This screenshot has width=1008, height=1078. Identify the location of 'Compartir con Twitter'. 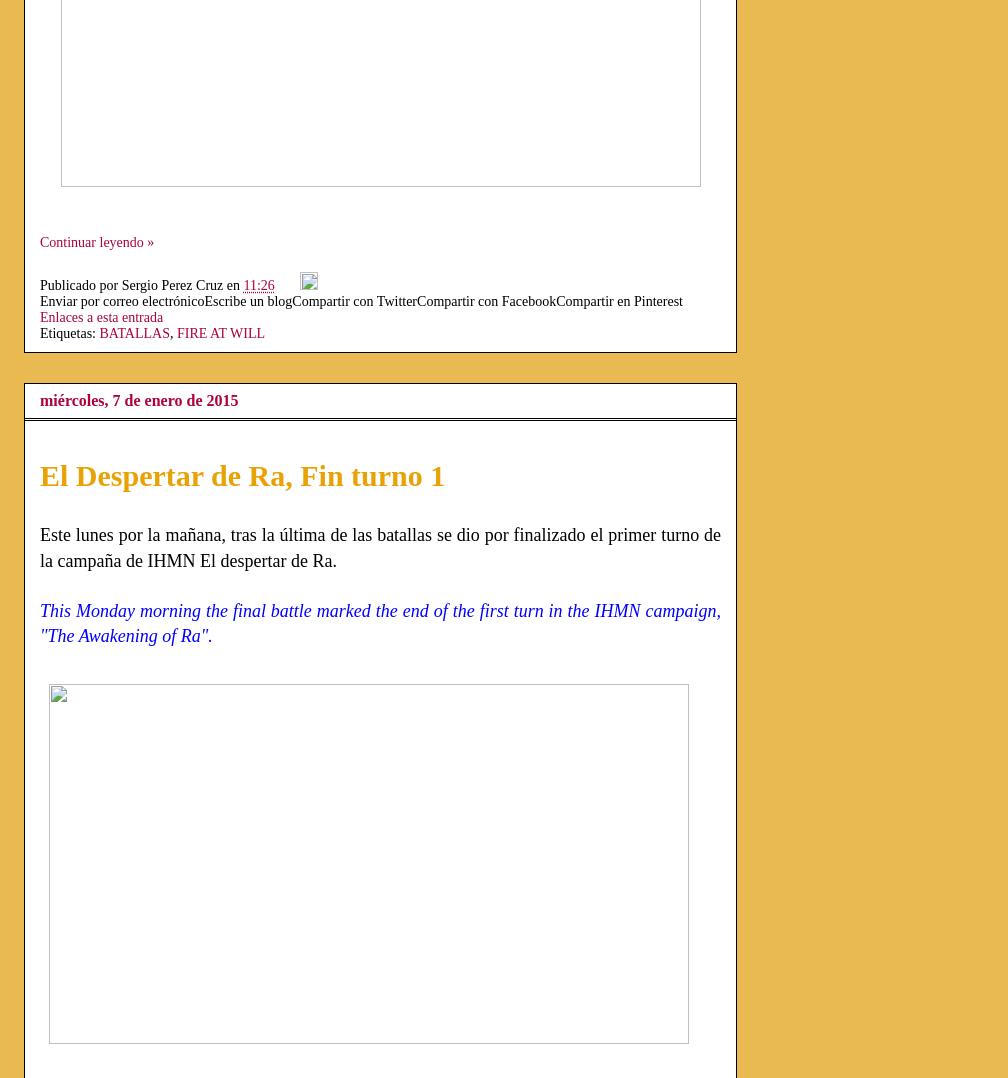
(354, 301).